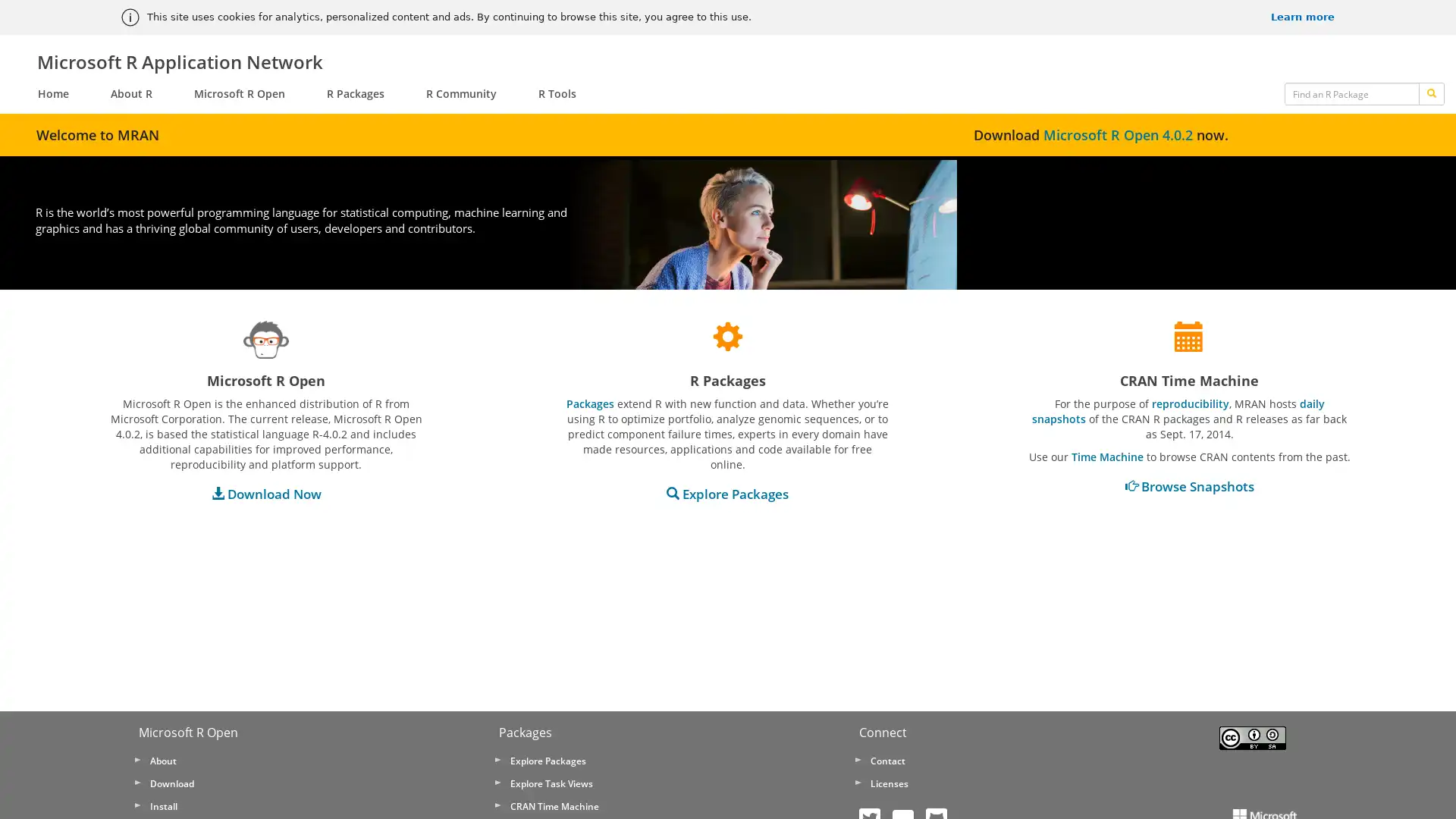  Describe the element at coordinates (1430, 93) in the screenshot. I see `Search Package` at that location.